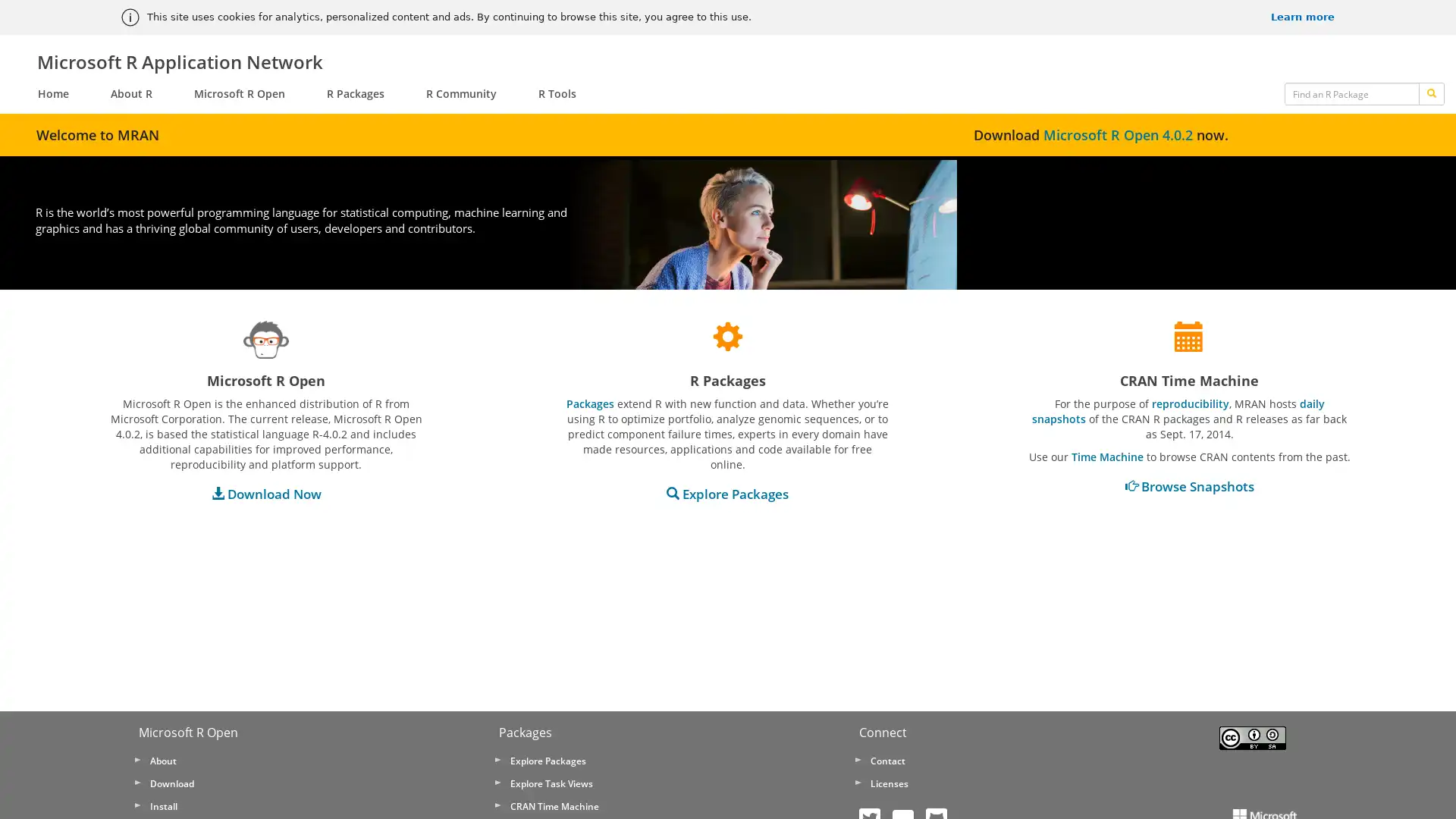  Describe the element at coordinates (1430, 93) in the screenshot. I see `Search Package` at that location.